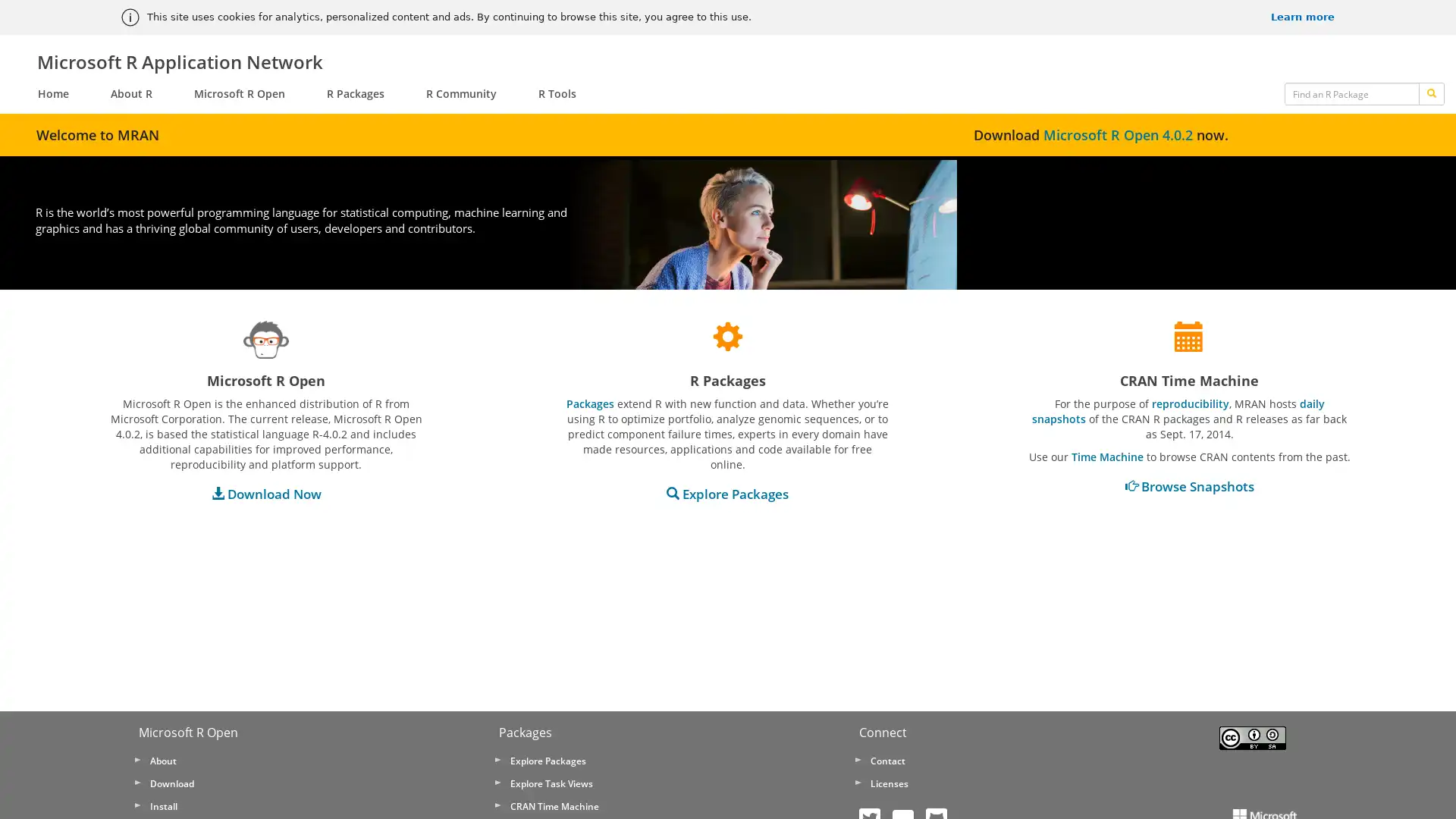  Describe the element at coordinates (1430, 93) in the screenshot. I see `Search Package` at that location.